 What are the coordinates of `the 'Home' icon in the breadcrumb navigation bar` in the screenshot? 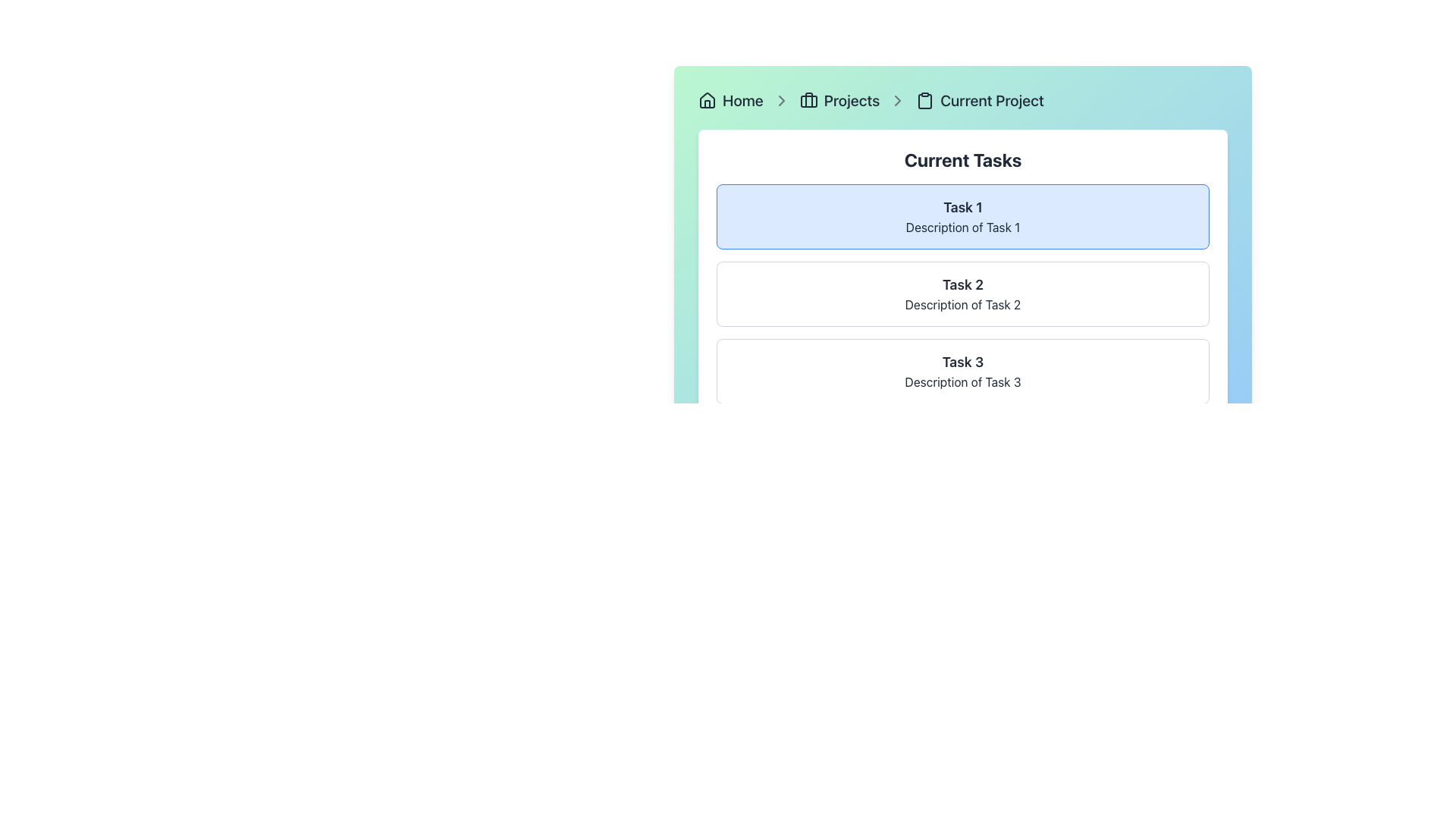 It's located at (706, 99).